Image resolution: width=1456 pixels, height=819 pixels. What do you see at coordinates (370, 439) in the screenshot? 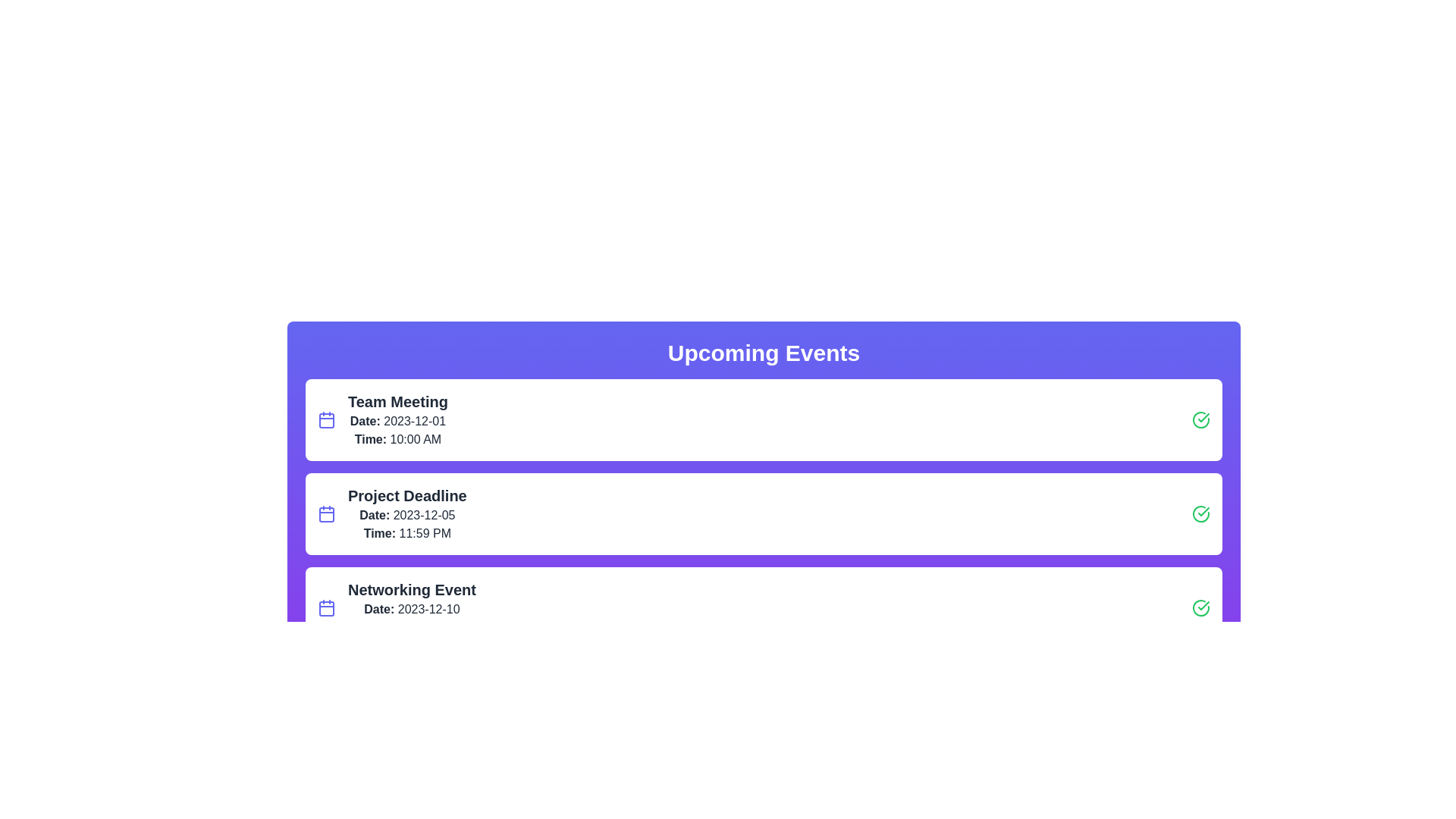
I see `the text label 'Time:' which is styled in bold black font, located to the left of the time value '10:00 AM' in the 'Team Meeting' event card` at bounding box center [370, 439].